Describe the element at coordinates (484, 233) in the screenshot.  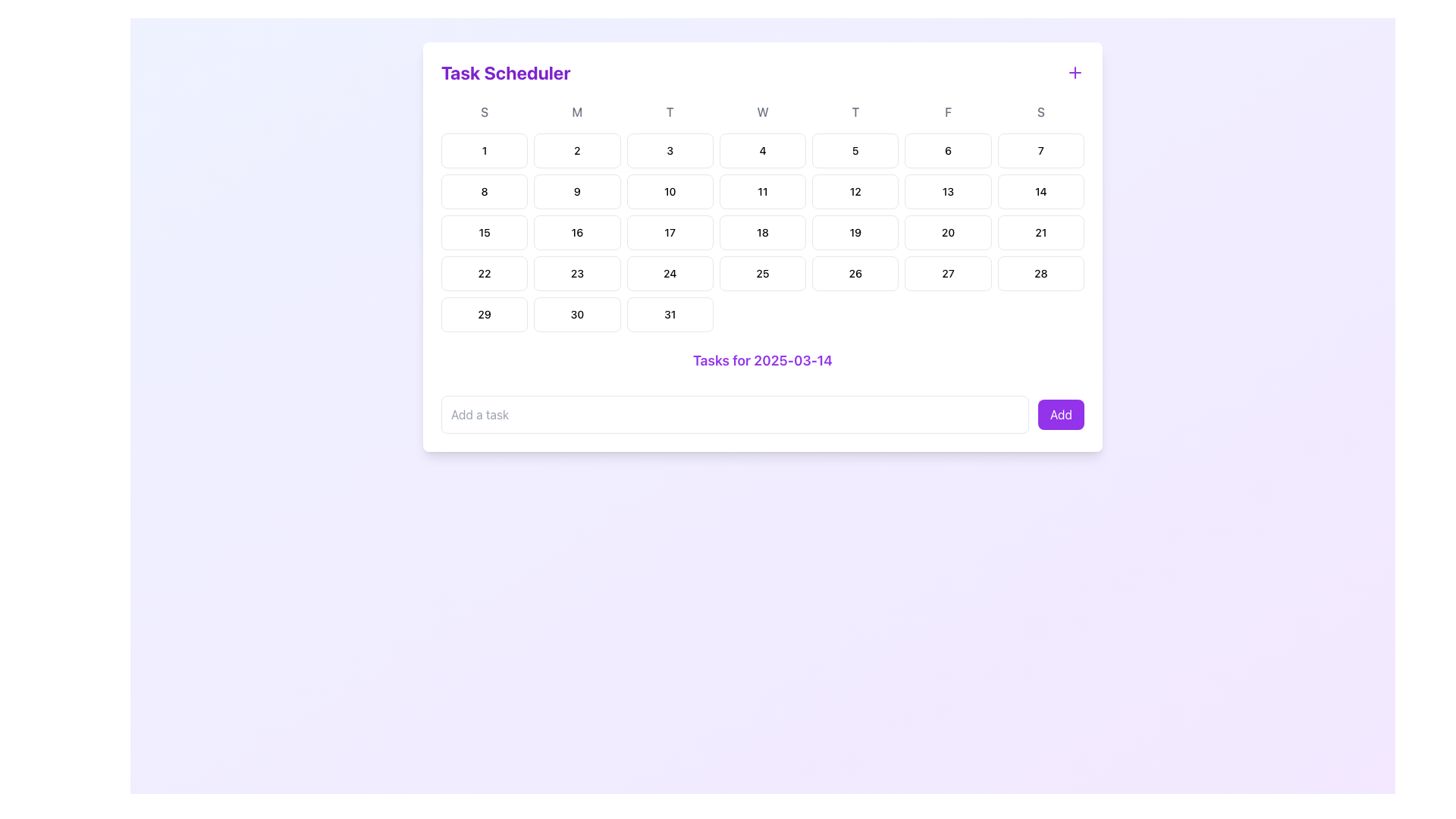
I see `the button displaying the number '15' in the calendar grid` at that location.